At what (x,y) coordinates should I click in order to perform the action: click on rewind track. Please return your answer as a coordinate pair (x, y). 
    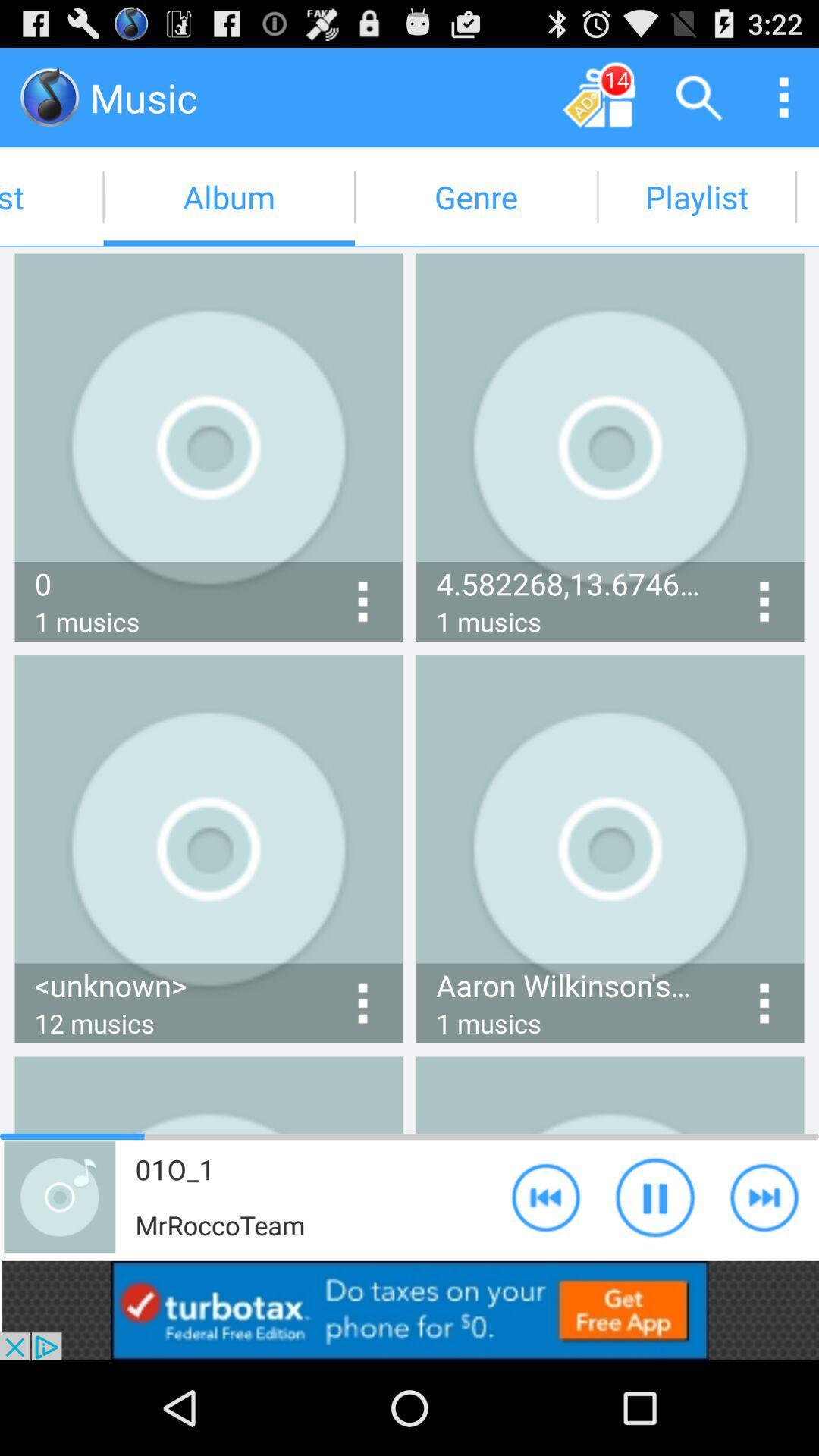
    Looking at the image, I should click on (546, 1196).